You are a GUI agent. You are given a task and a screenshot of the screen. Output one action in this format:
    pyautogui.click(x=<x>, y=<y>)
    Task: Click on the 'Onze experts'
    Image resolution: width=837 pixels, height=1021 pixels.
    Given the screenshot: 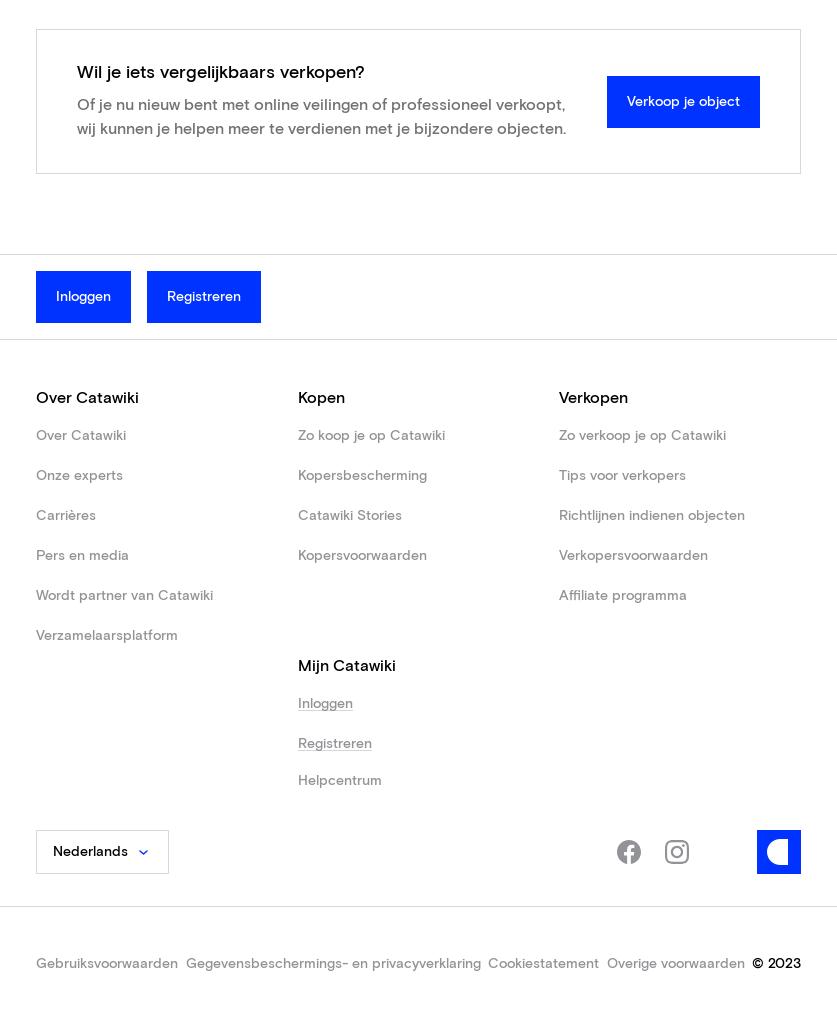 What is the action you would take?
    pyautogui.click(x=79, y=474)
    